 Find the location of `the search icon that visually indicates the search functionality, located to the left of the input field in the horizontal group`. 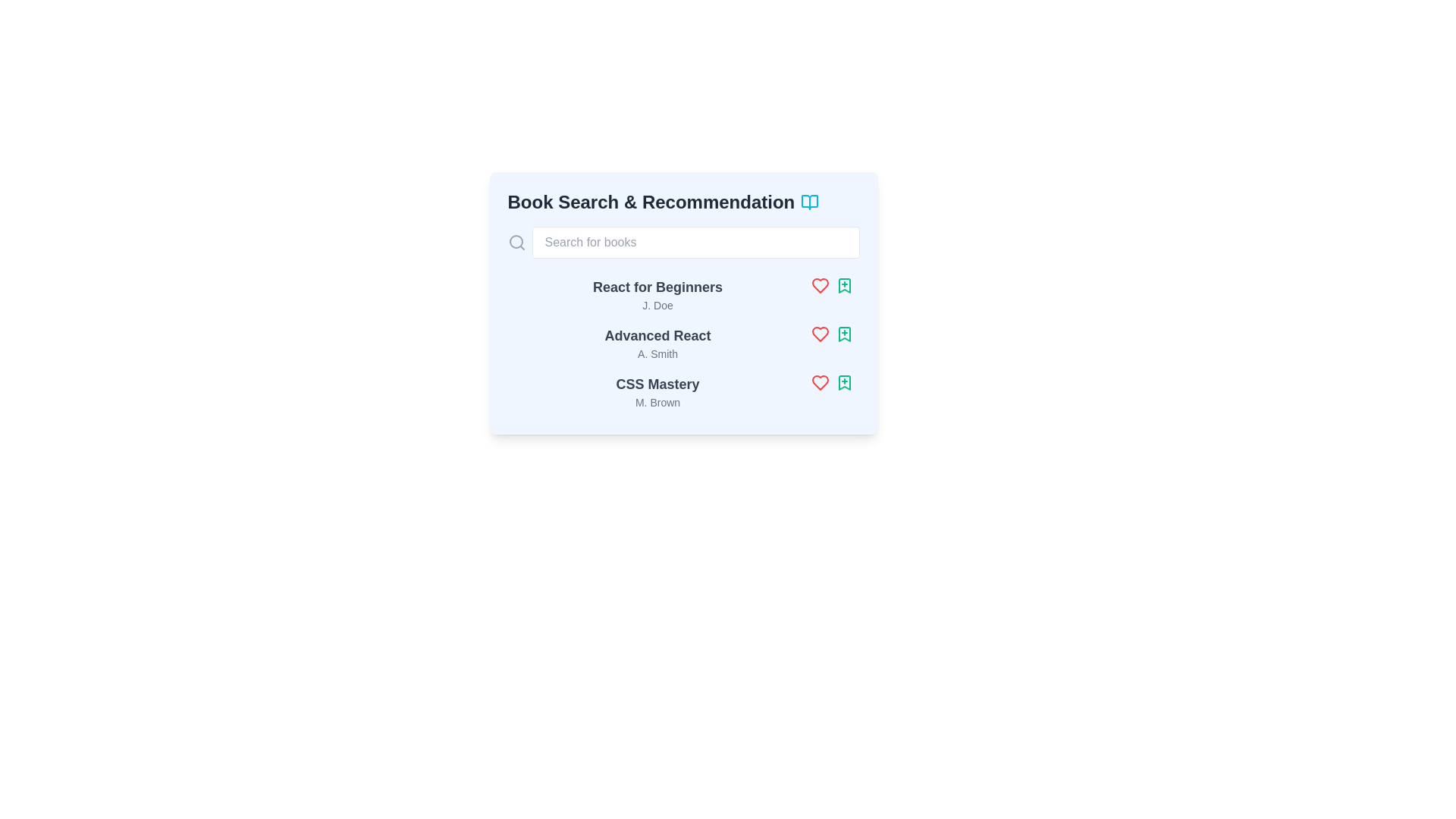

the search icon that visually indicates the search functionality, located to the left of the input field in the horizontal group is located at coordinates (516, 242).